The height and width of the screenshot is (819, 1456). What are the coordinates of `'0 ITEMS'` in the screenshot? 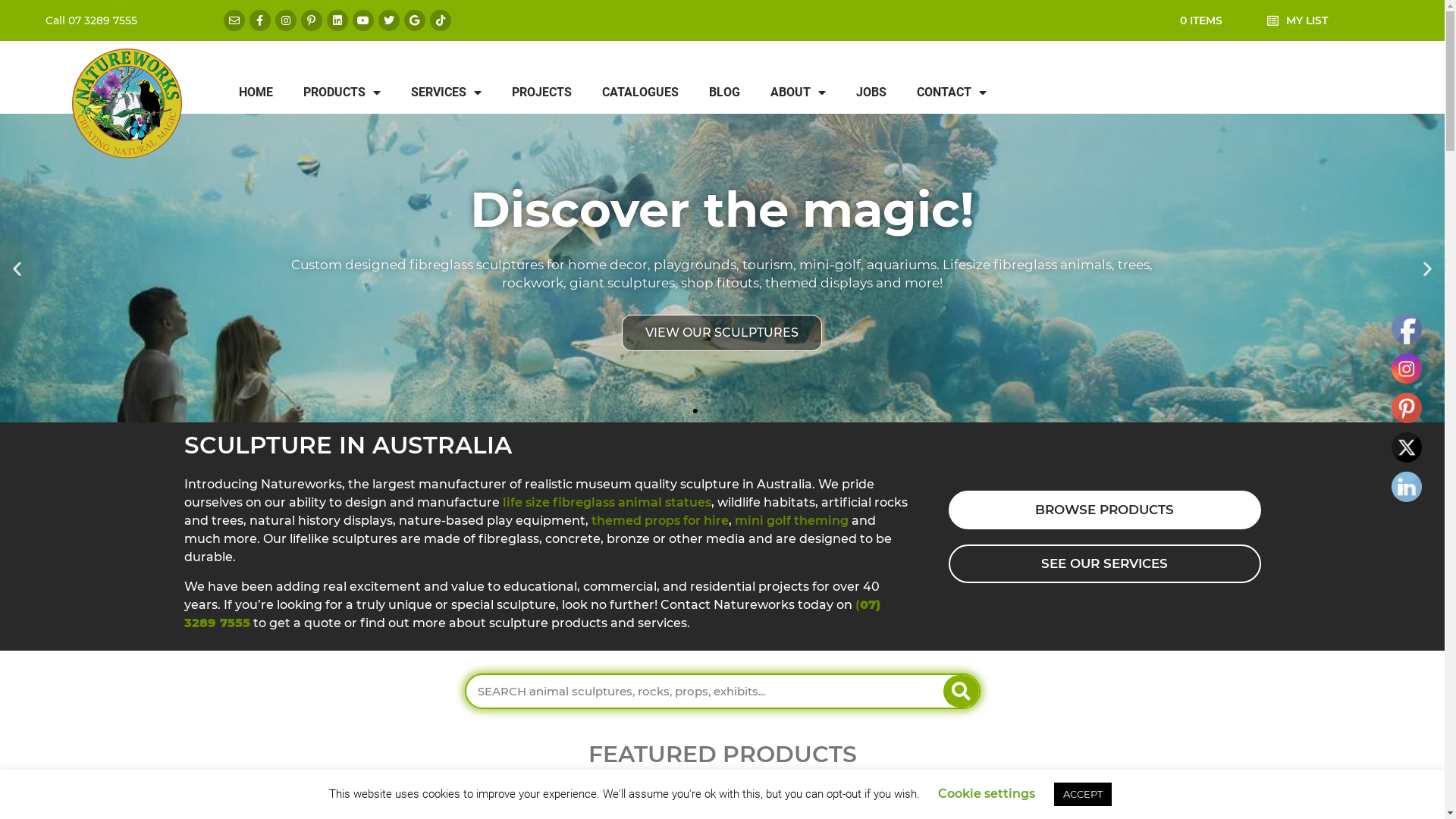 It's located at (1200, 20).